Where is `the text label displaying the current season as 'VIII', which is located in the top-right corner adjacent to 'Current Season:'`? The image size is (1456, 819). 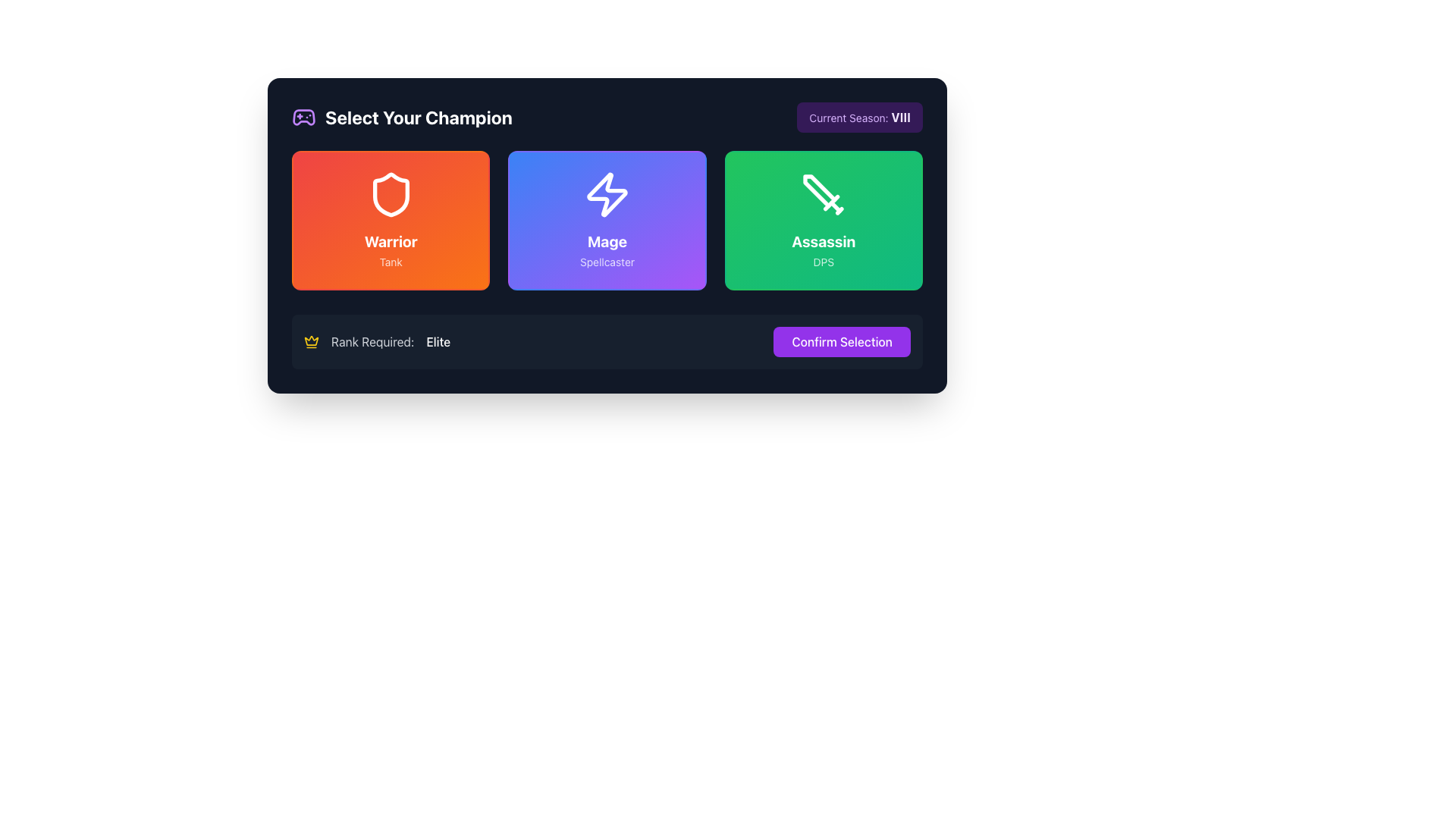
the text label displaying the current season as 'VIII', which is located in the top-right corner adjacent to 'Current Season:' is located at coordinates (901, 116).